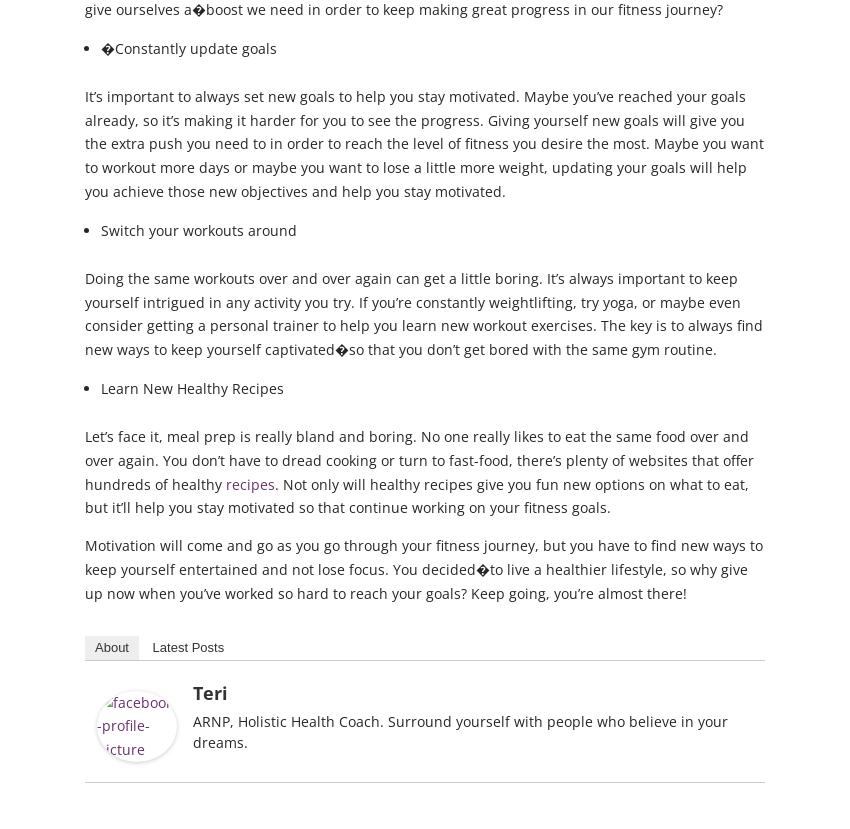 This screenshot has width=850, height=829. I want to click on 'Latest Posts', so click(187, 645).